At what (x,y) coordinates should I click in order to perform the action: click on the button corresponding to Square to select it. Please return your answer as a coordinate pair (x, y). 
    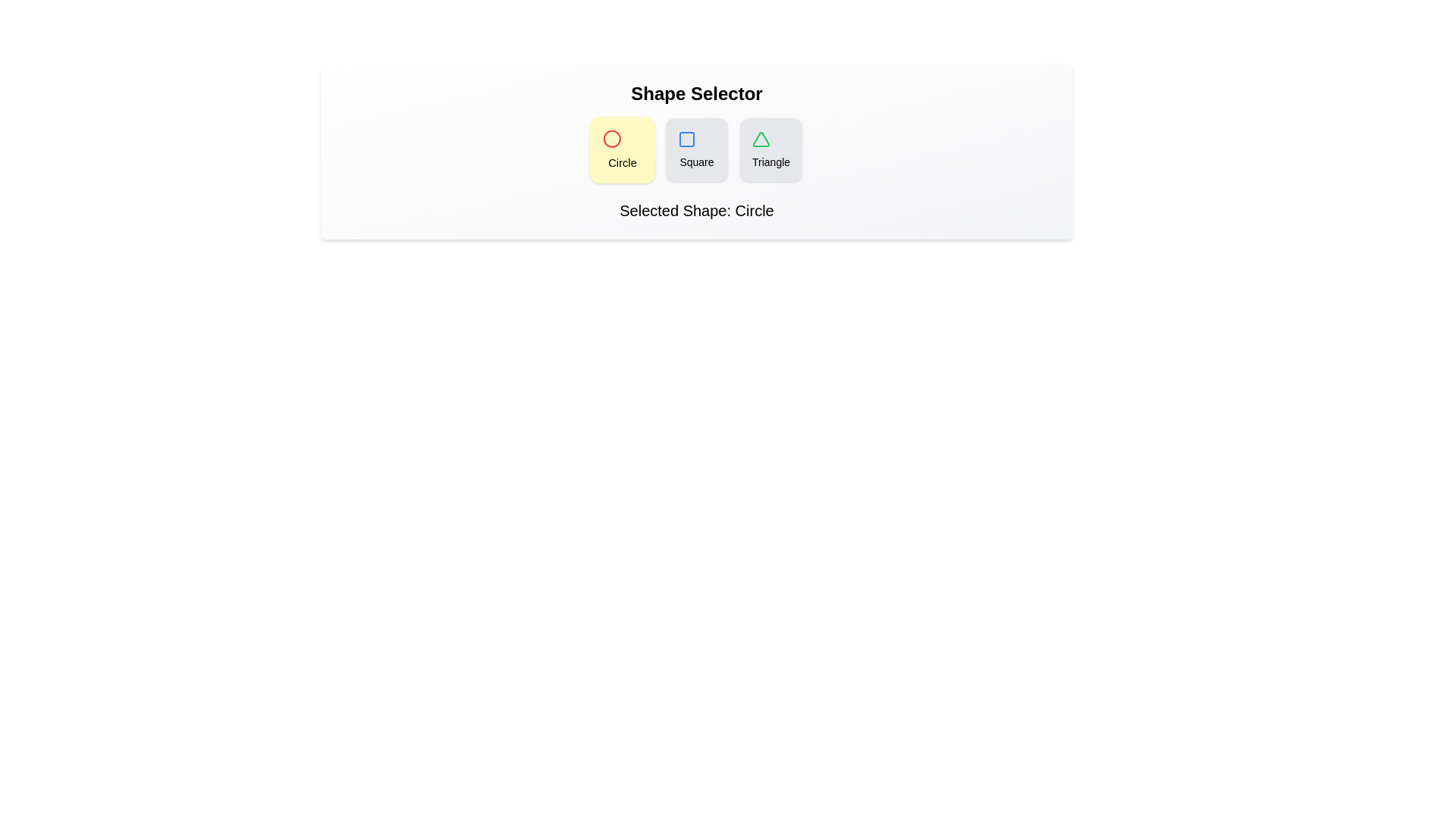
    Looking at the image, I should click on (695, 149).